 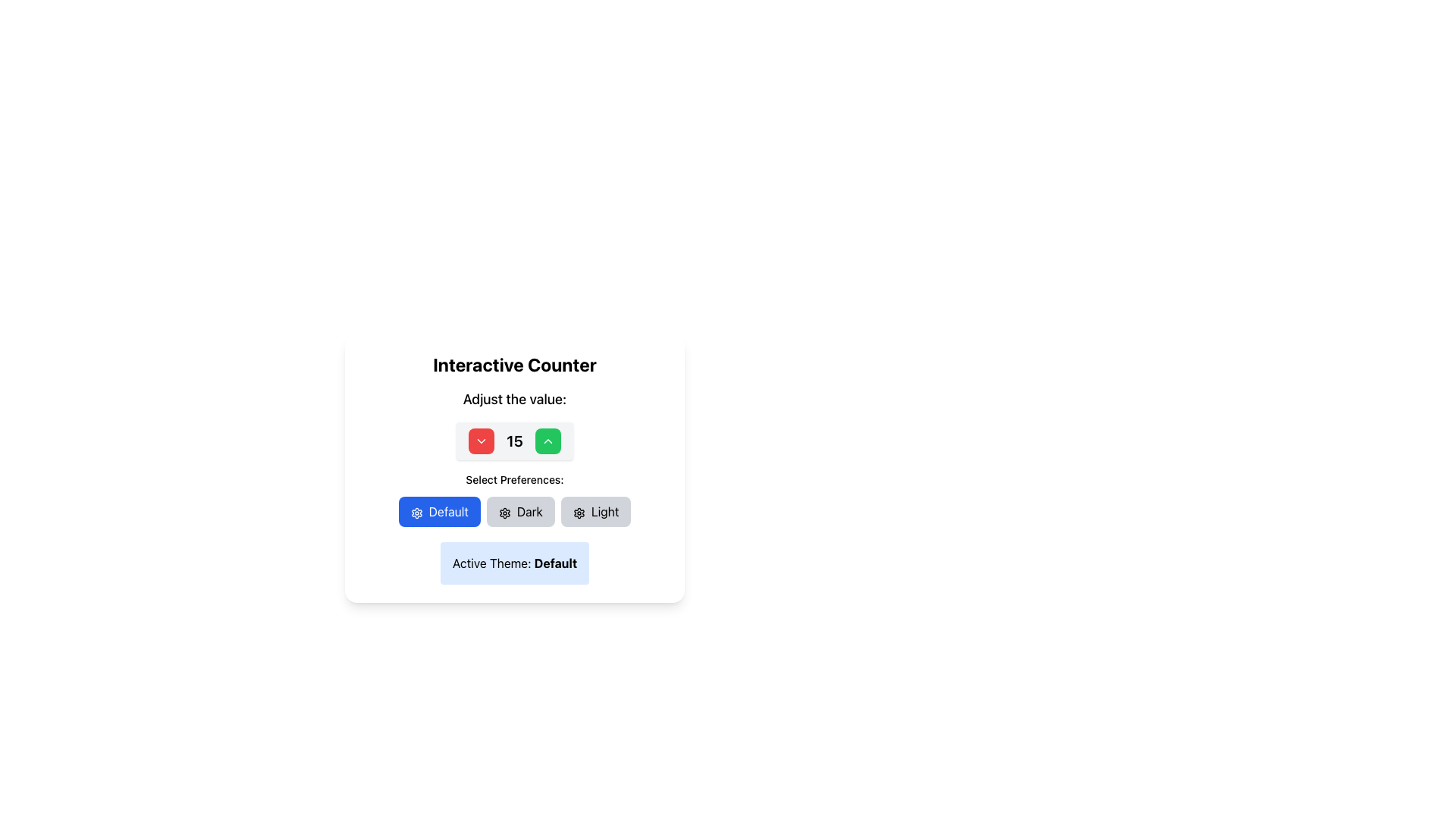 What do you see at coordinates (438, 512) in the screenshot?
I see `the blue button labeled 'Default' with a gear icon` at bounding box center [438, 512].